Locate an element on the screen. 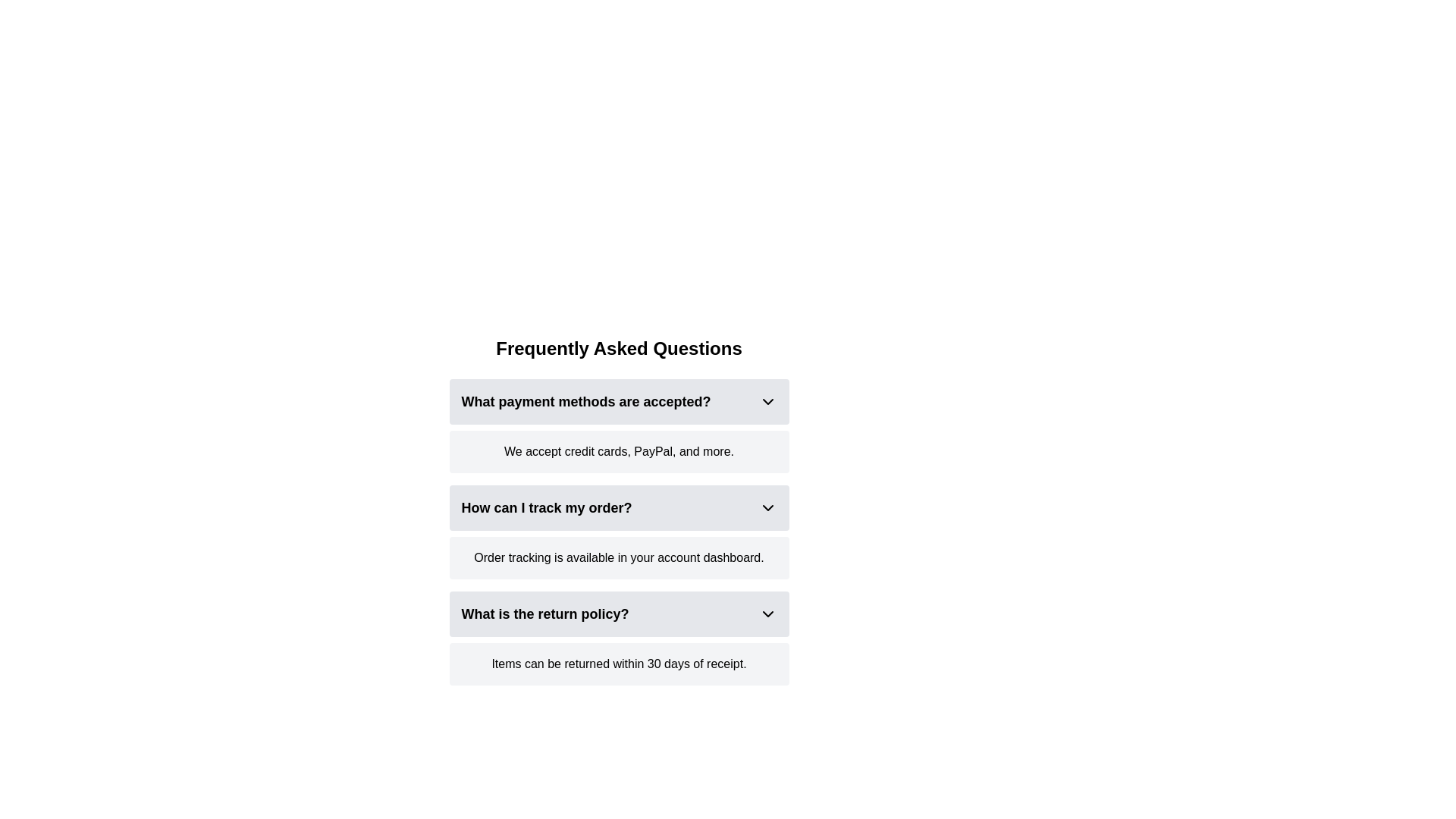 The width and height of the screenshot is (1456, 819). the title of the FAQ entry labeled 'What payment methods are accepted?' is located at coordinates (619, 426).